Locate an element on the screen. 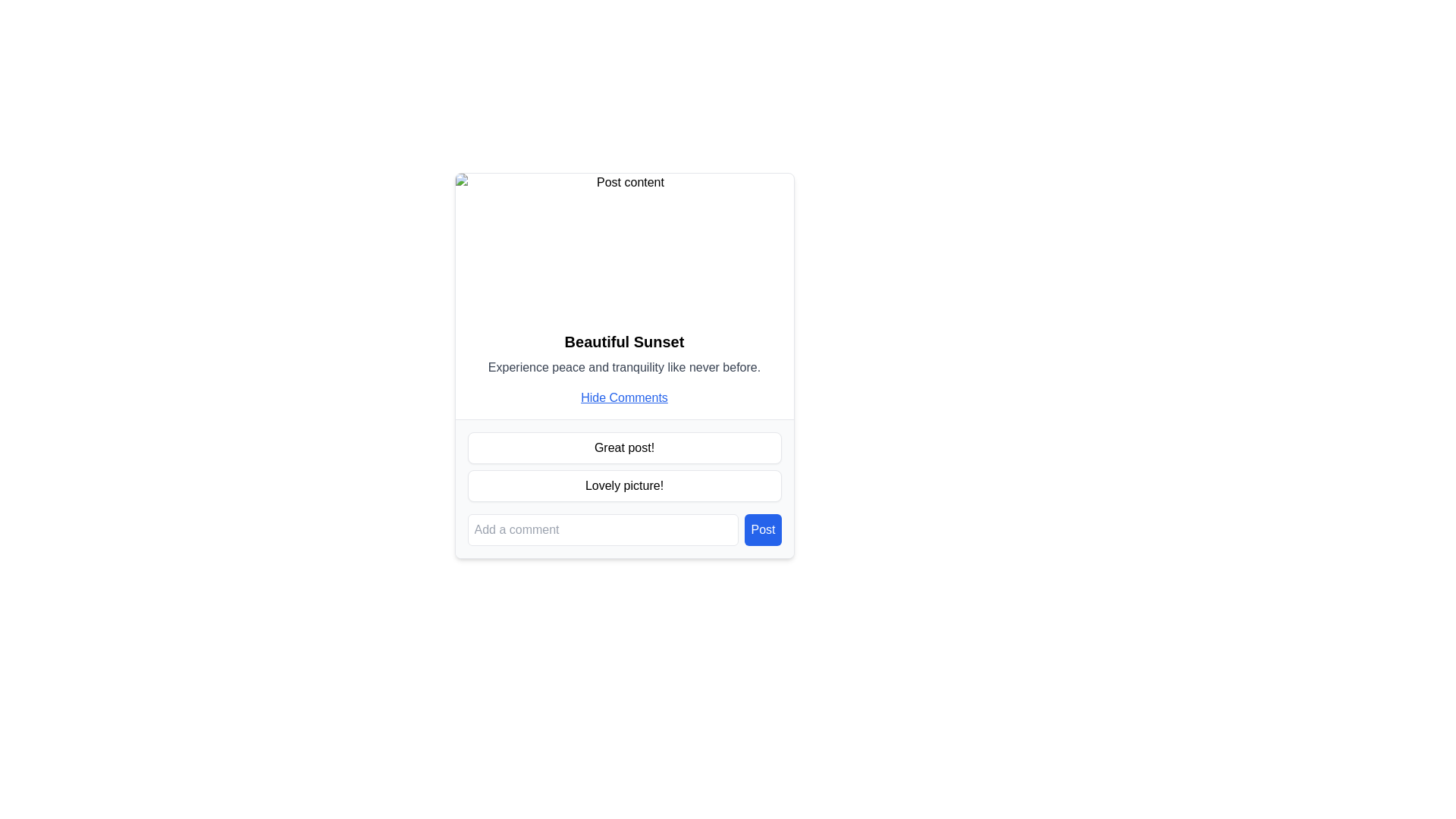 This screenshot has width=1456, height=819. the rectangular blue button with white text 'Post' located at the bottom right of the comment section is located at coordinates (763, 529).